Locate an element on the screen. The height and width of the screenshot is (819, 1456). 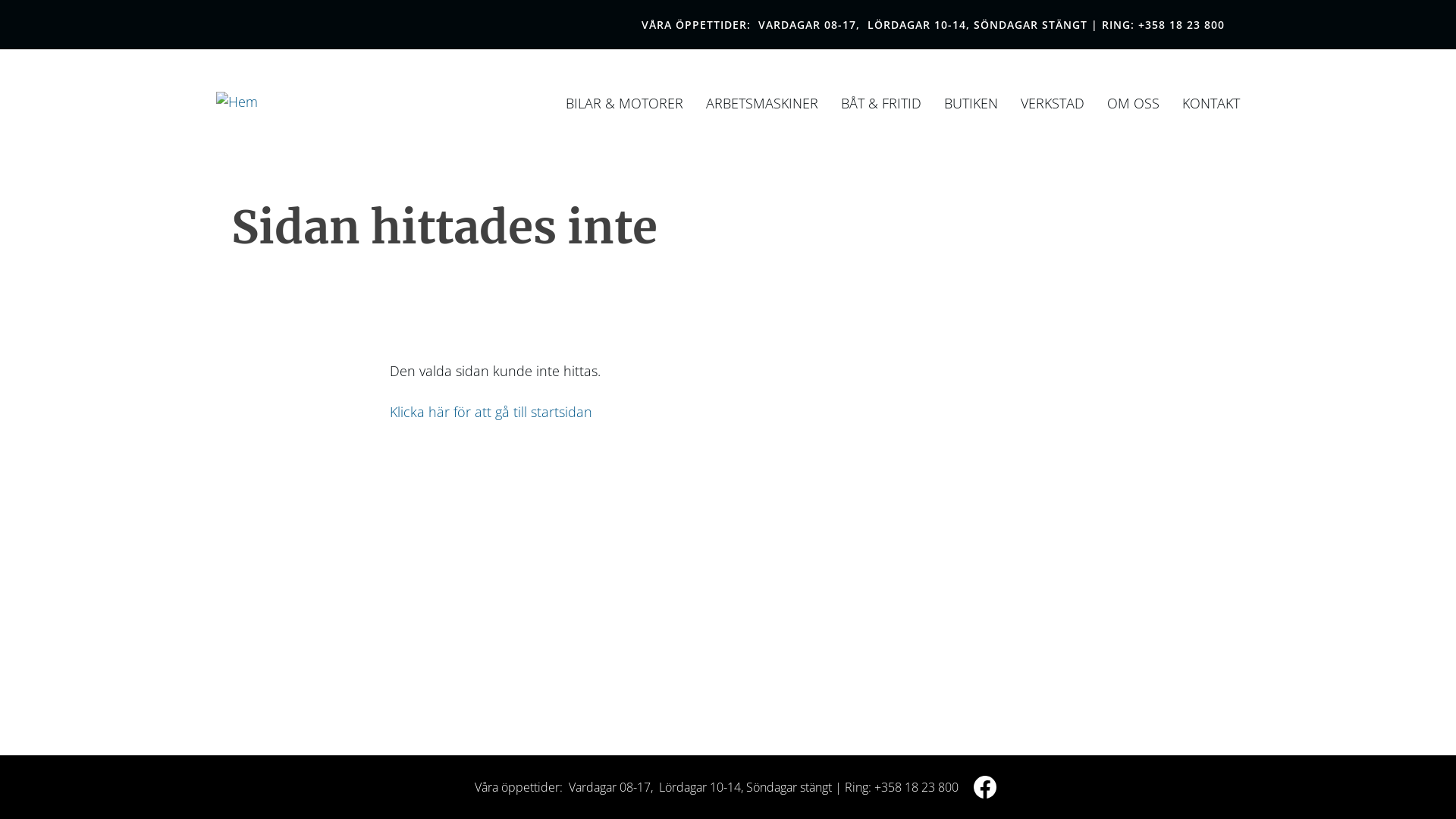
'KONTAKT' is located at coordinates (1210, 102).